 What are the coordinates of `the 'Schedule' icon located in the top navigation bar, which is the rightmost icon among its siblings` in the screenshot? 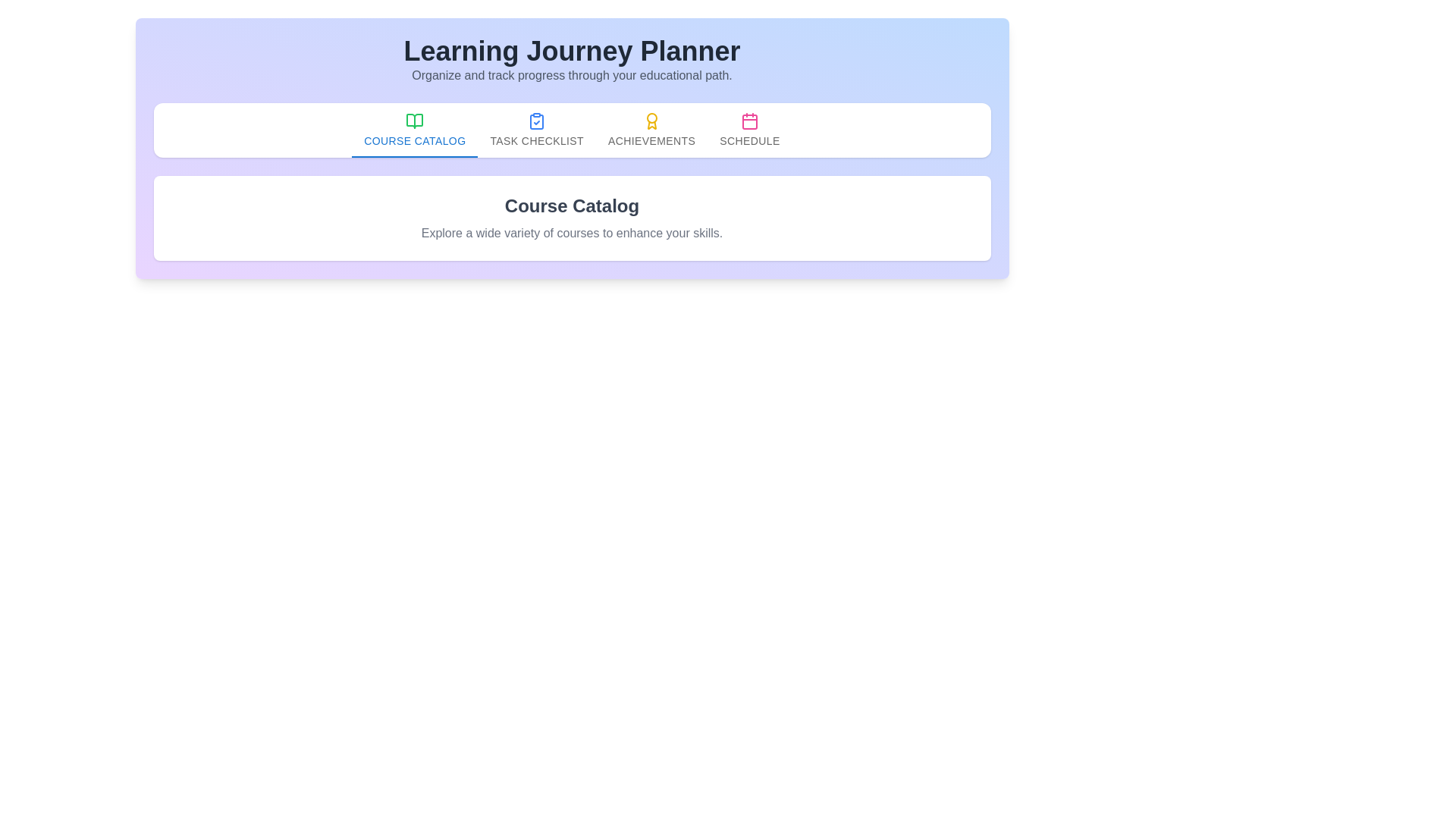 It's located at (749, 121).